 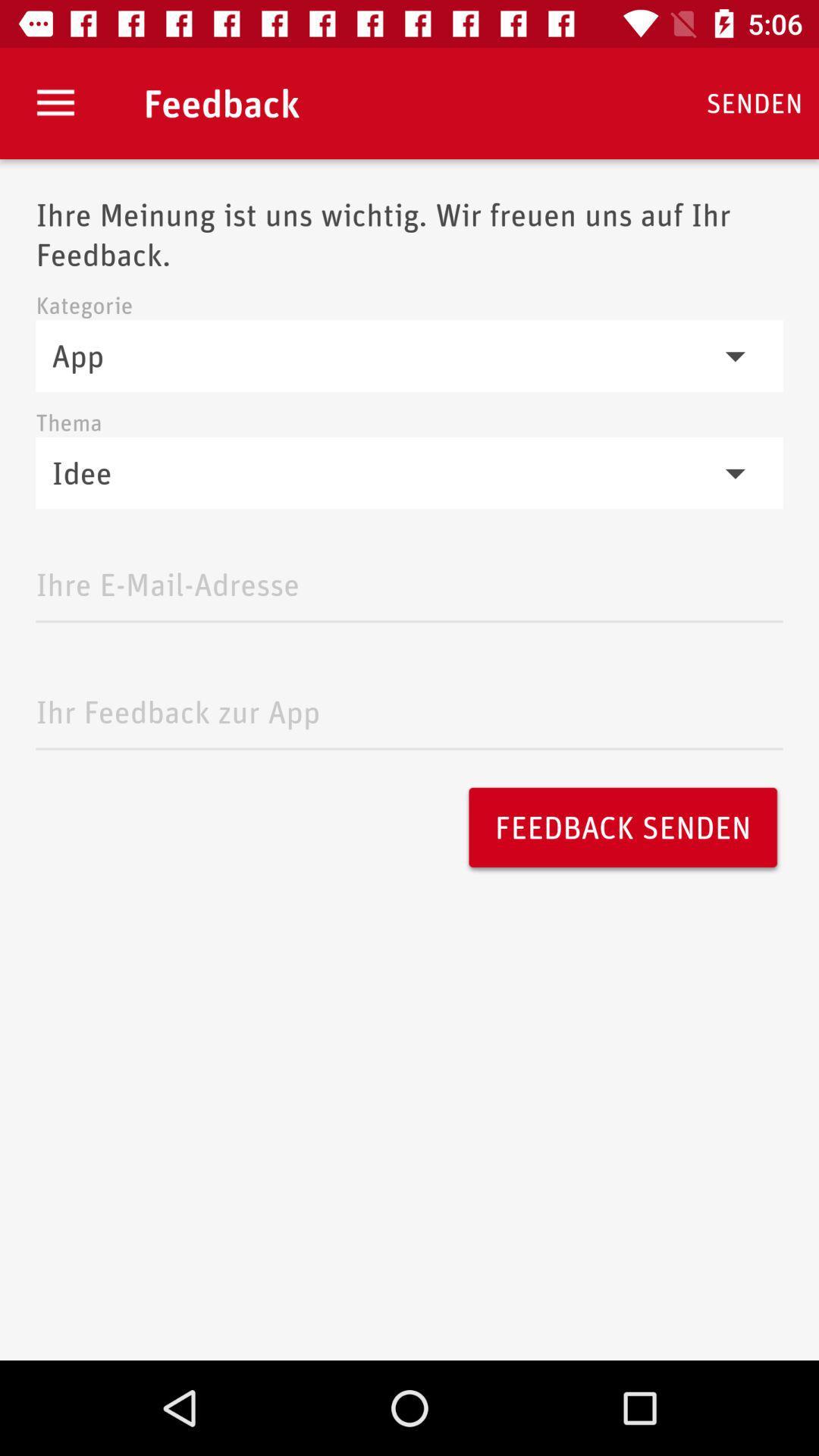 What do you see at coordinates (623, 827) in the screenshot?
I see `the feedback senden icon` at bounding box center [623, 827].